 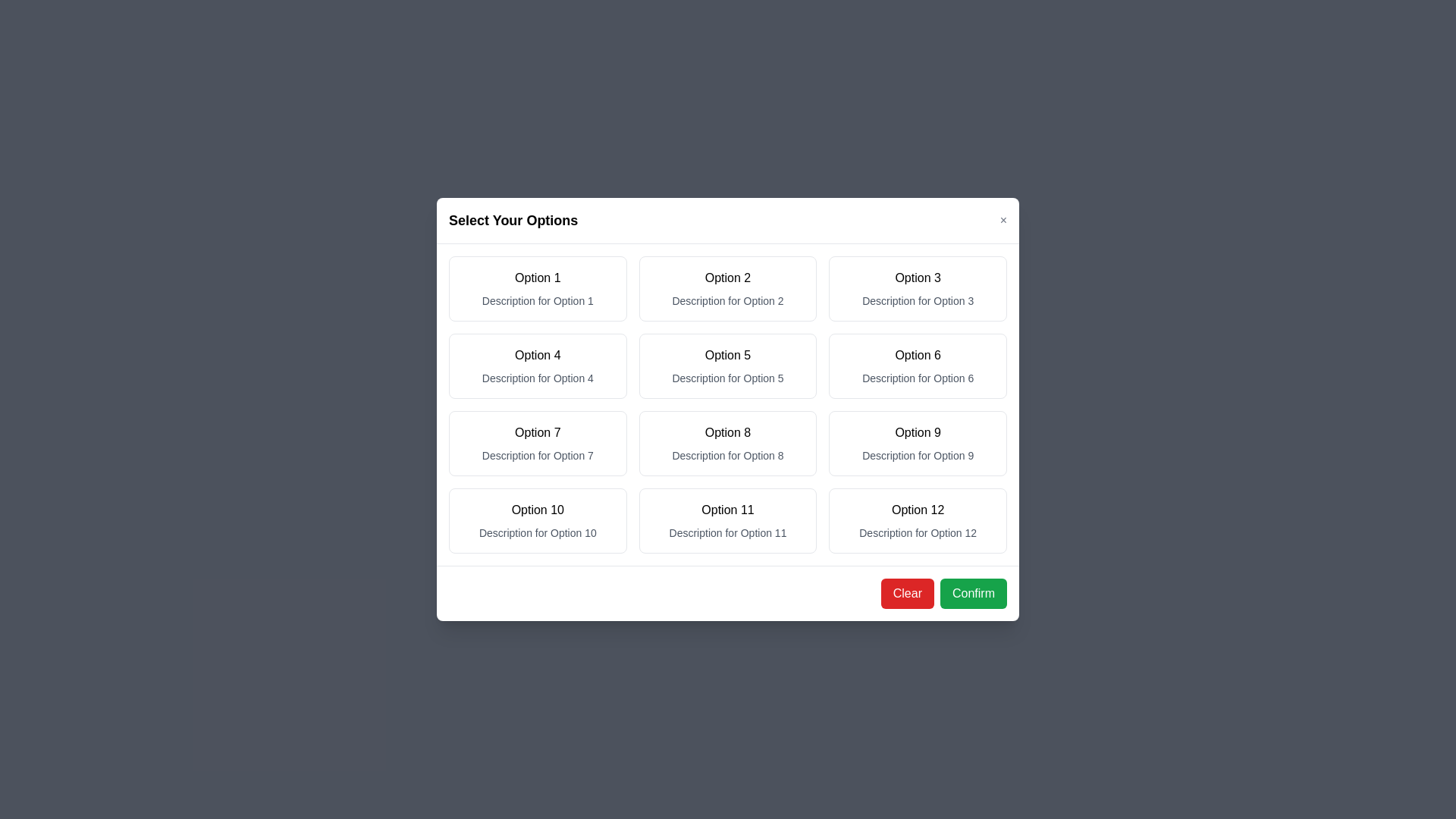 I want to click on the 'Confirm' button to confirm the selected options, so click(x=973, y=593).